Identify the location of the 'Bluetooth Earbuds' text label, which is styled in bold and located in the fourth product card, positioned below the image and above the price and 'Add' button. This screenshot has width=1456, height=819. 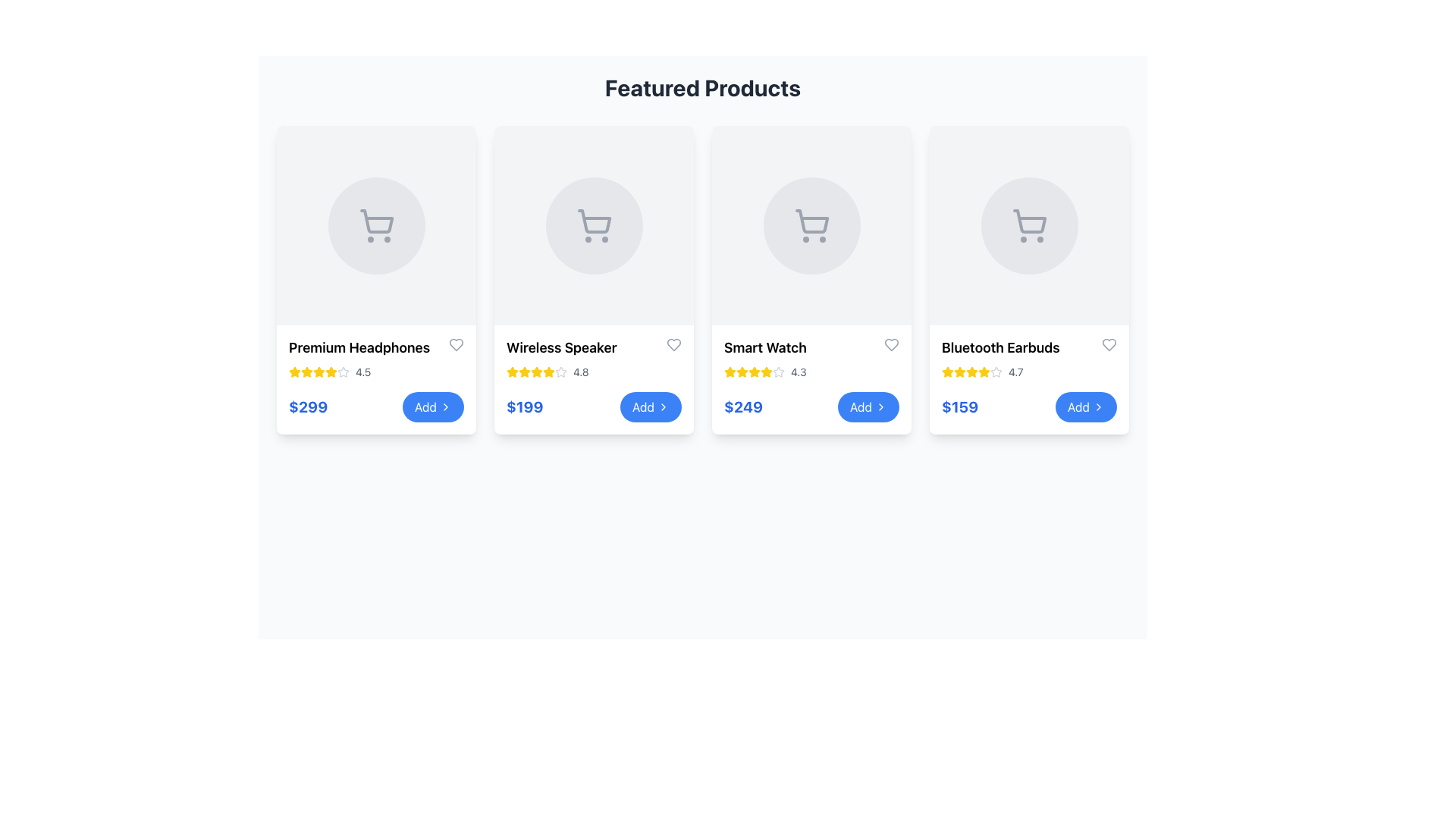
(1000, 348).